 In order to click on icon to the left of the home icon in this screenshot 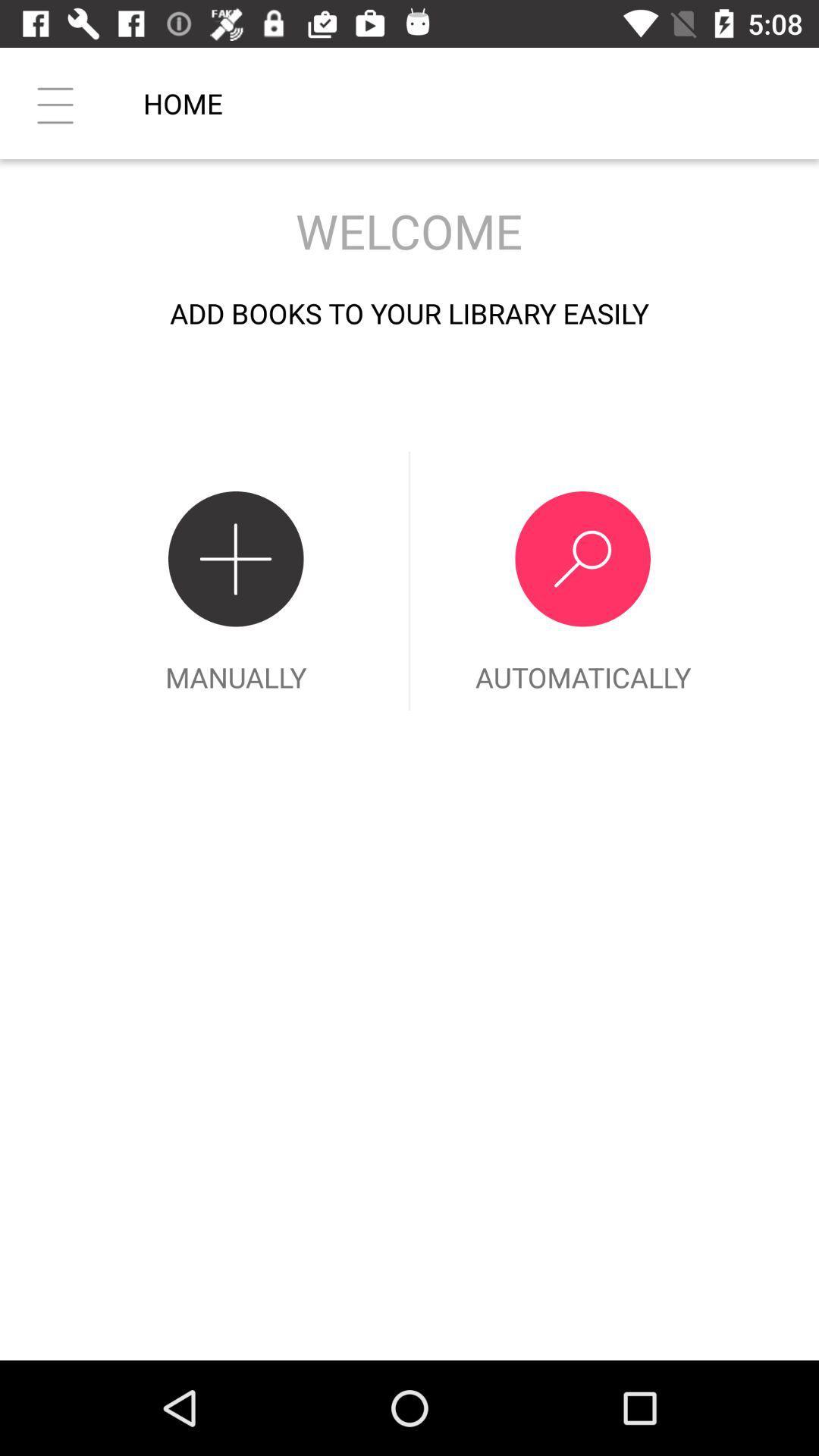, I will do `click(55, 102)`.